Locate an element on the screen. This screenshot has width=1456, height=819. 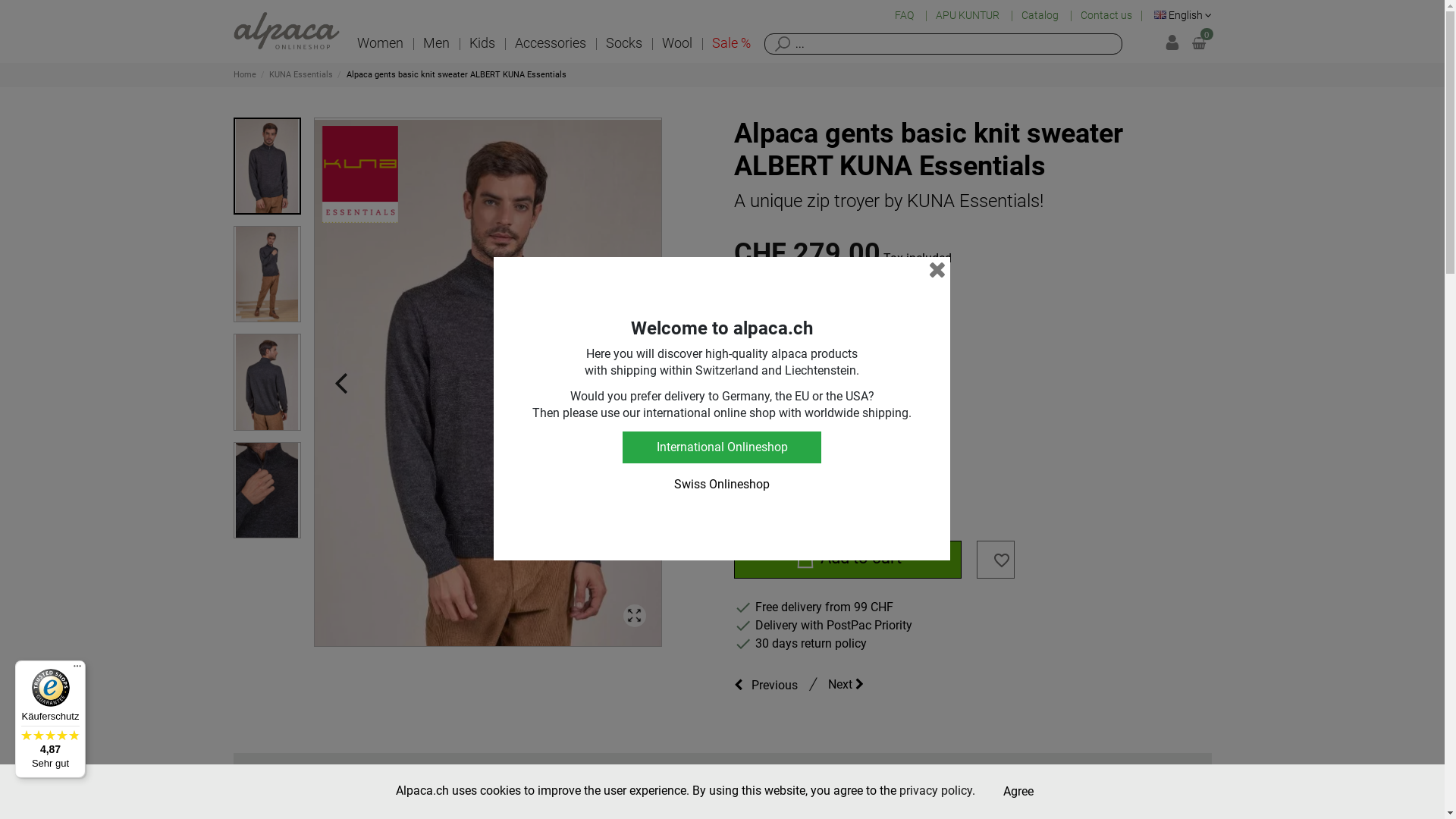
'Socks' is located at coordinates (623, 42).